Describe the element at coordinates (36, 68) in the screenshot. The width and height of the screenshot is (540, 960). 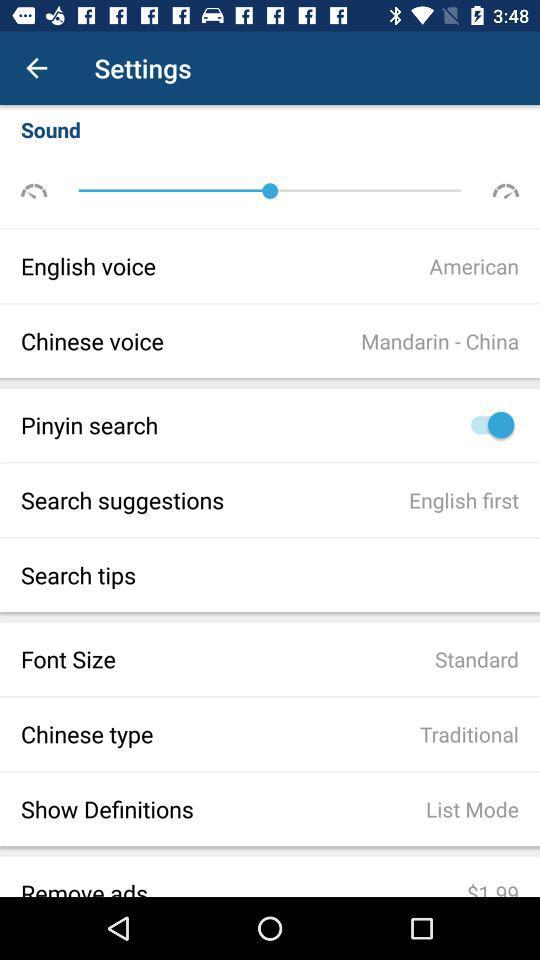
I see `item next to the settings icon` at that location.